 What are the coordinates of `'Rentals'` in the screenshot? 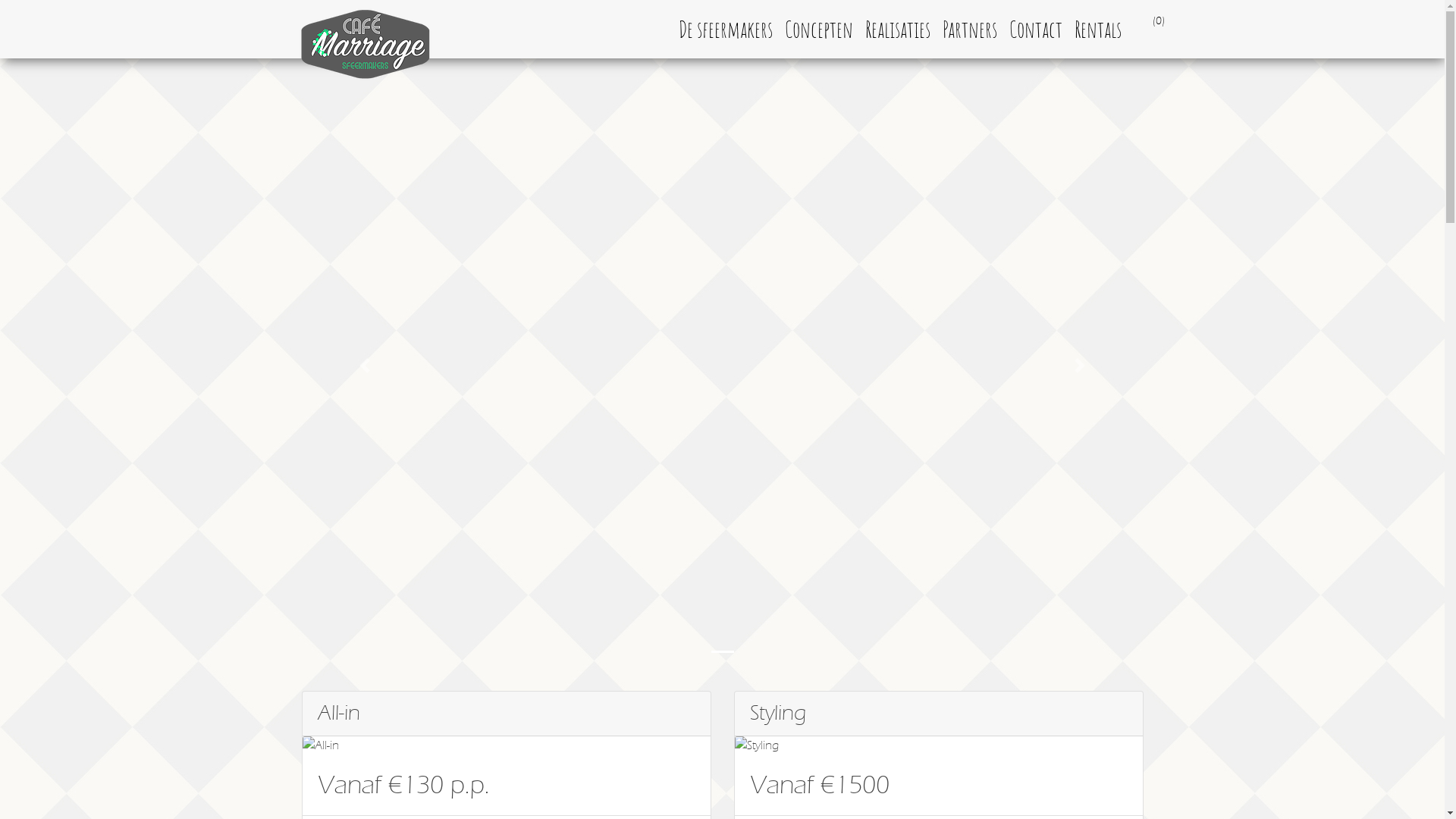 It's located at (1066, 29).